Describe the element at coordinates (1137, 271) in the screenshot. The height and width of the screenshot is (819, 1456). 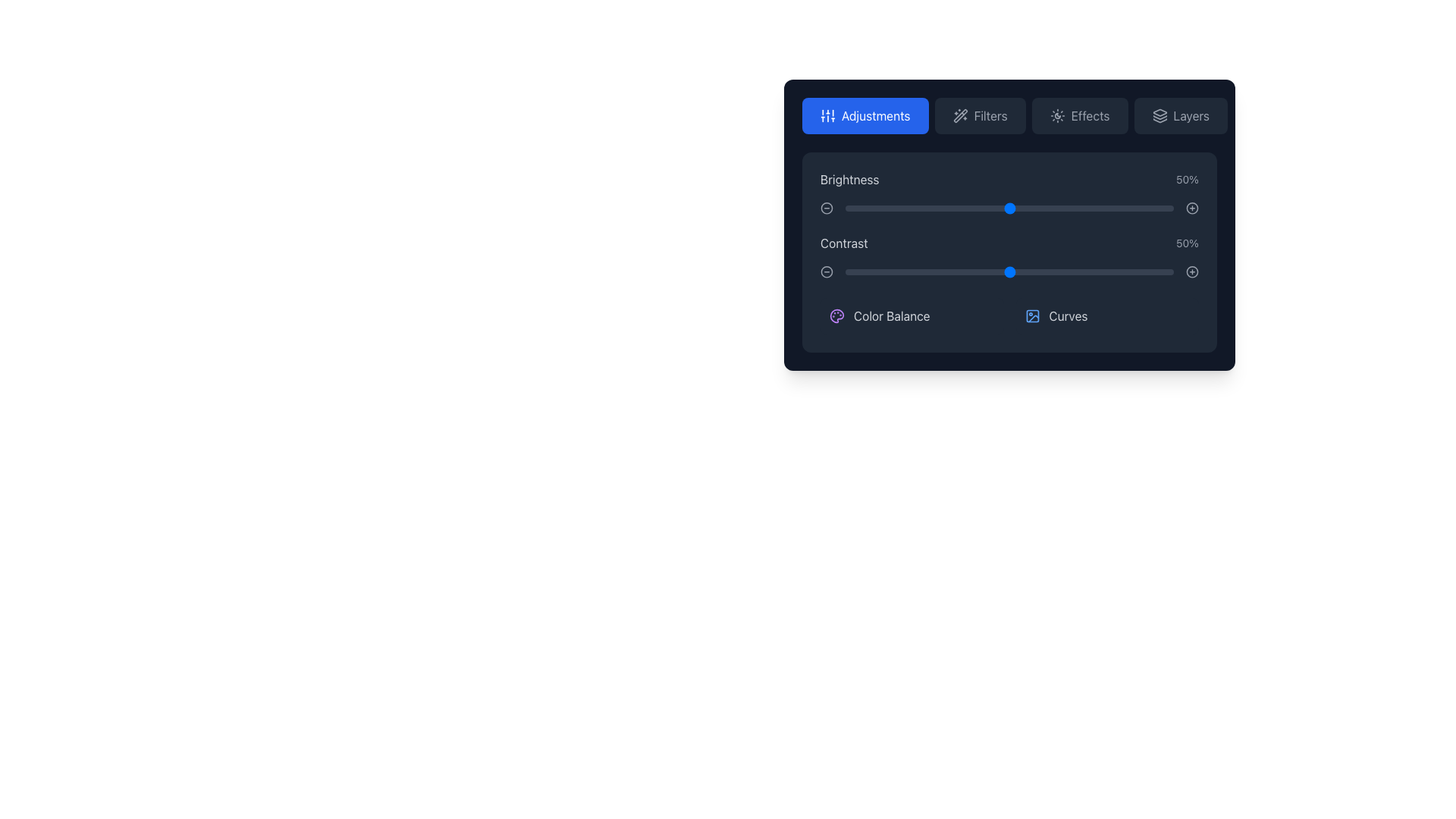
I see `contrast` at that location.